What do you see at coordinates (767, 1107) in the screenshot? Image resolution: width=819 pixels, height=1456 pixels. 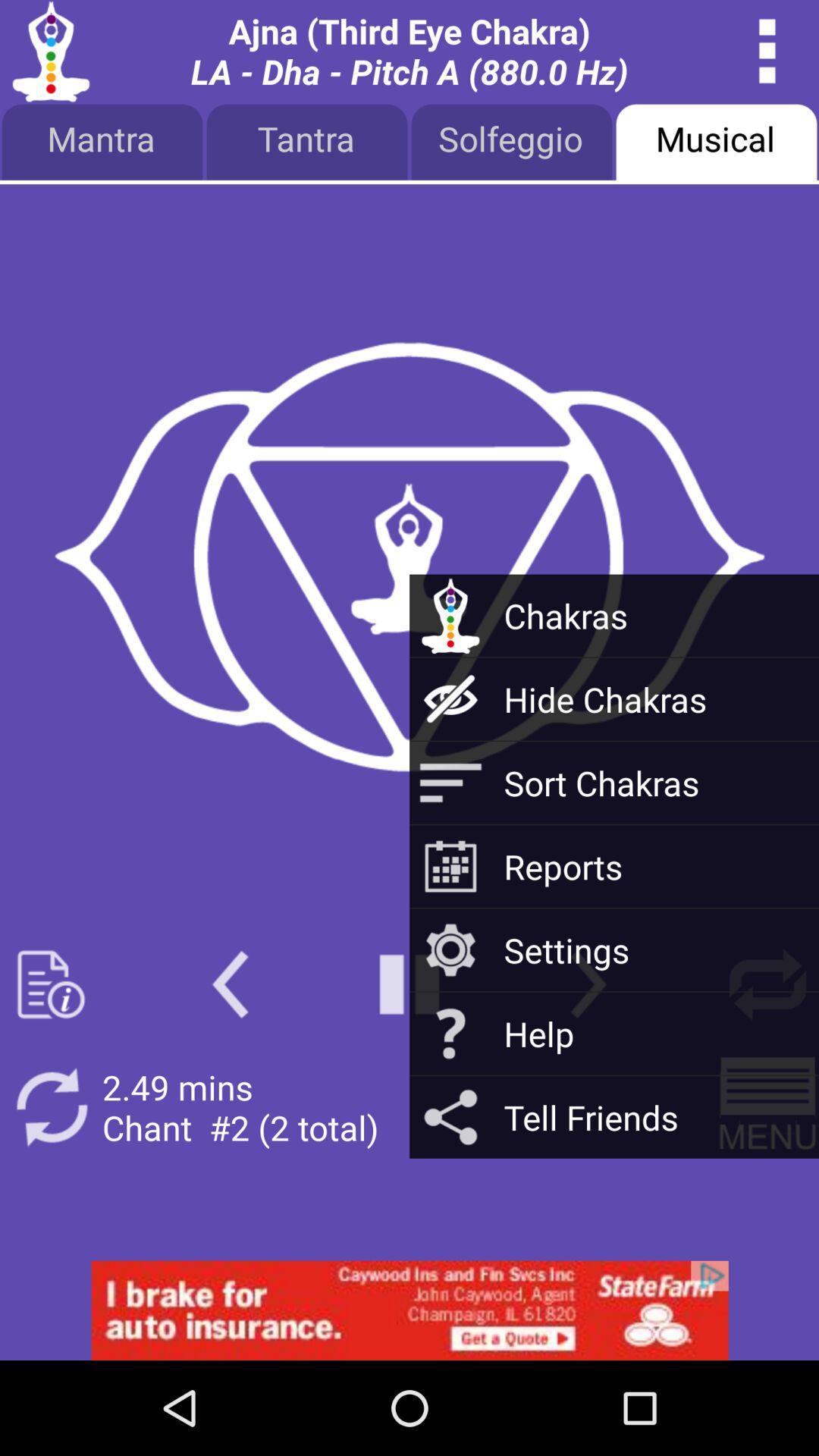 I see `menu page` at bounding box center [767, 1107].